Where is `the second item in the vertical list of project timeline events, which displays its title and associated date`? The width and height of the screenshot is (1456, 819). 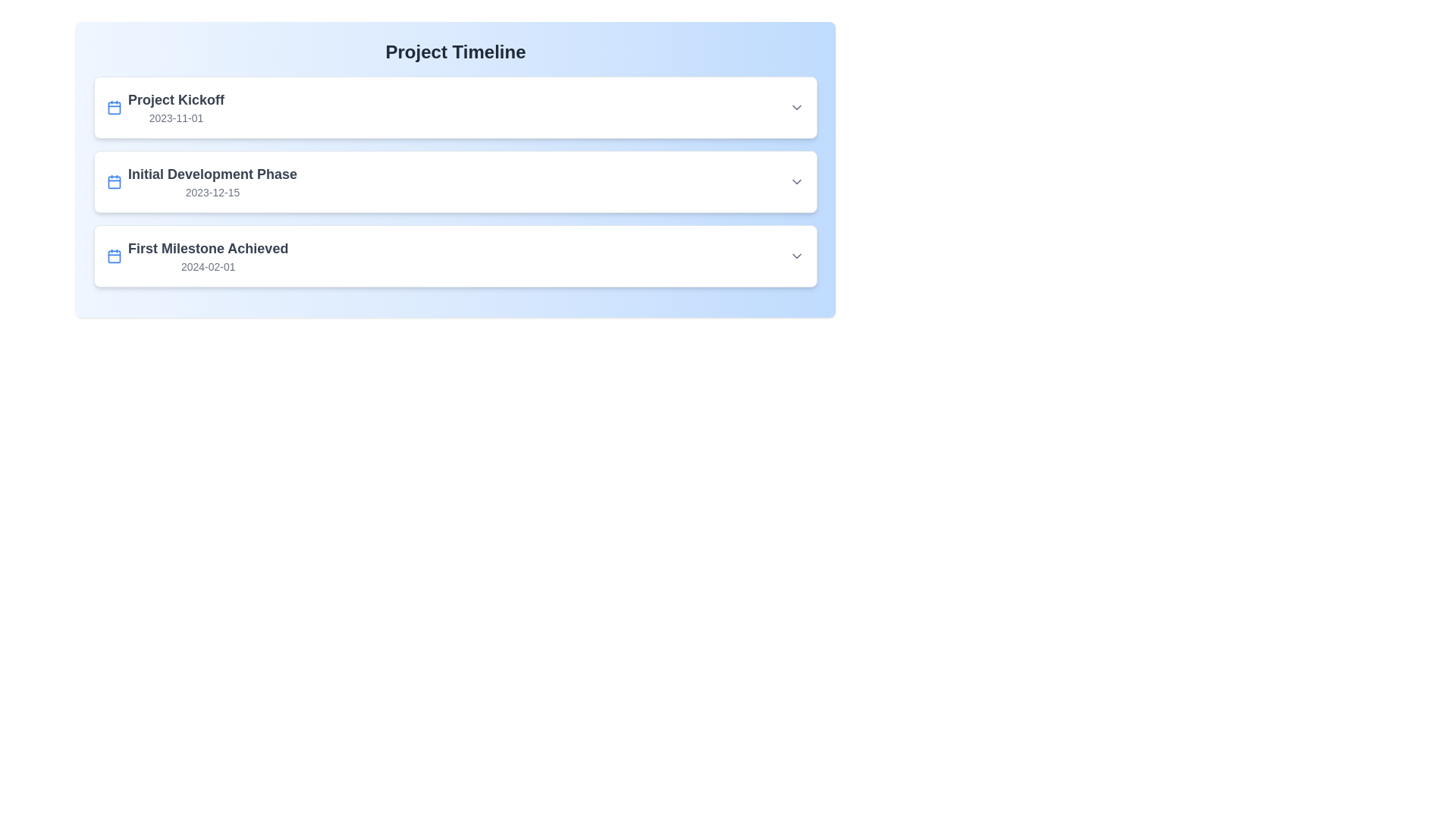
the second item in the vertical list of project timeline events, which displays its title and associated date is located at coordinates (201, 180).